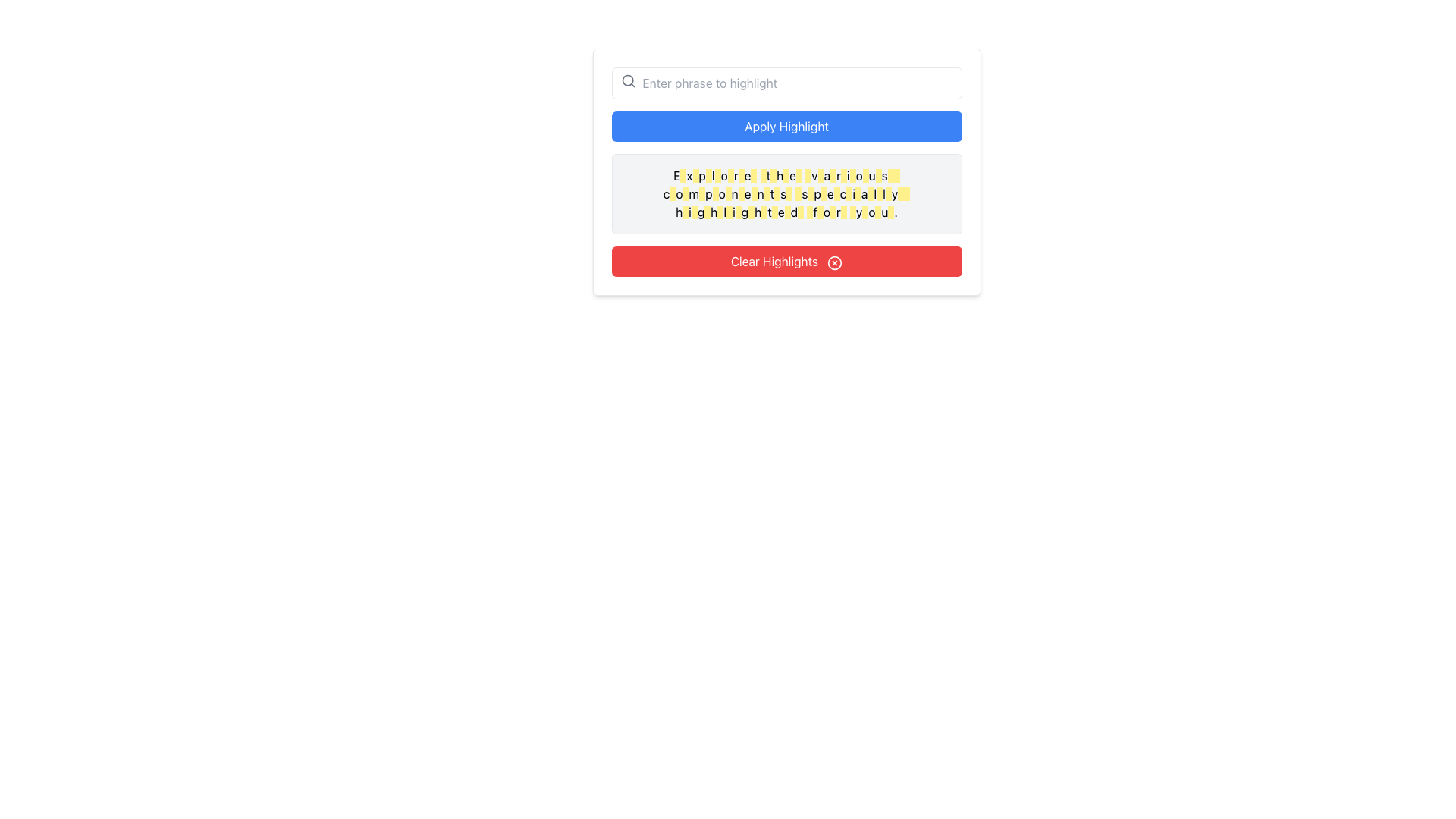 This screenshot has height=819, width=1456. Describe the element at coordinates (823, 193) in the screenshot. I see `the small rectangular inline component with a light yellow background located under the 'Explore the various components specially highlighted for you' paragraph, which is the 13th emphasized word in the second line` at that location.